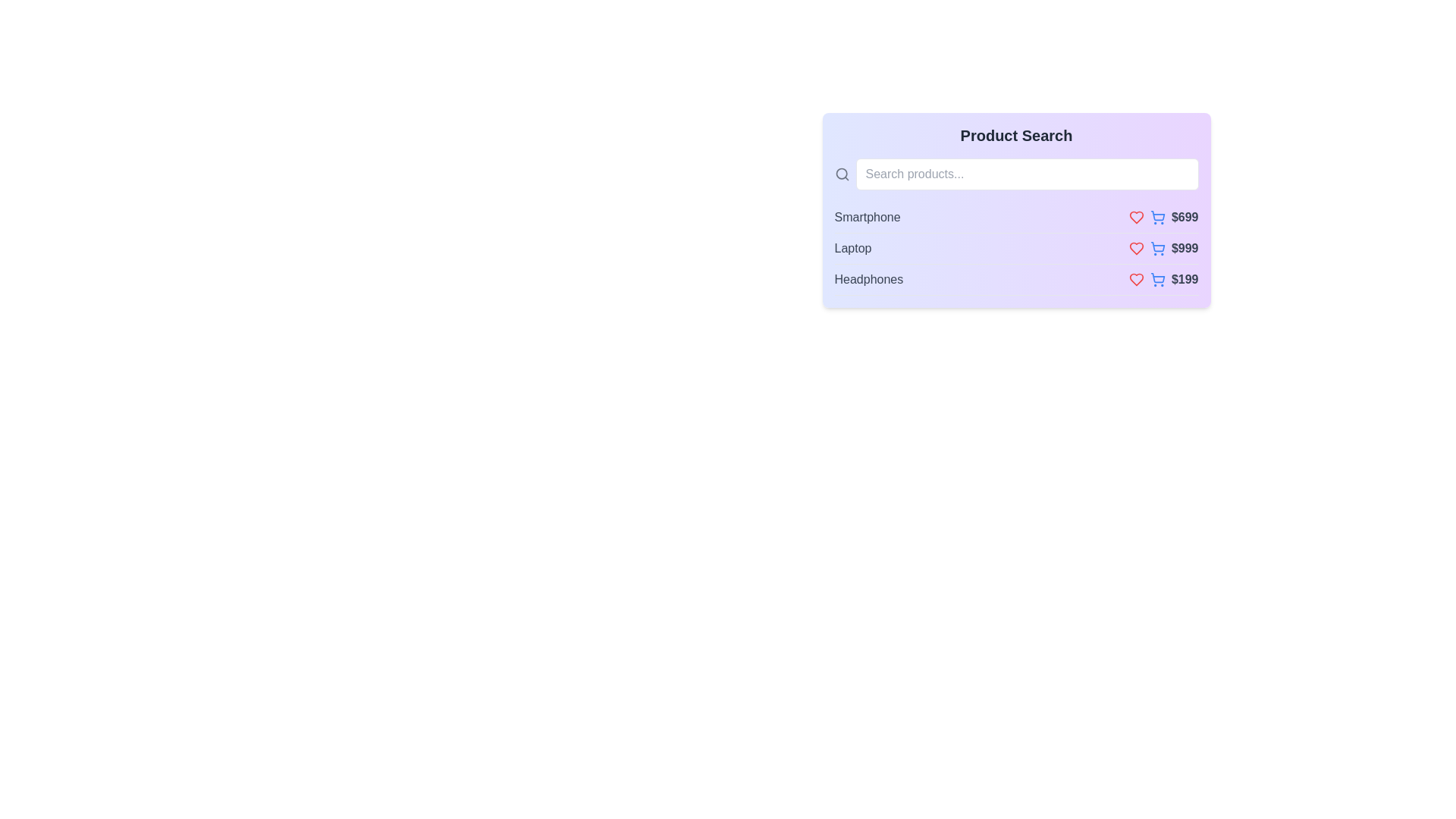 The width and height of the screenshot is (1456, 819). Describe the element at coordinates (1016, 248) in the screenshot. I see `the List item component displaying the products` at that location.